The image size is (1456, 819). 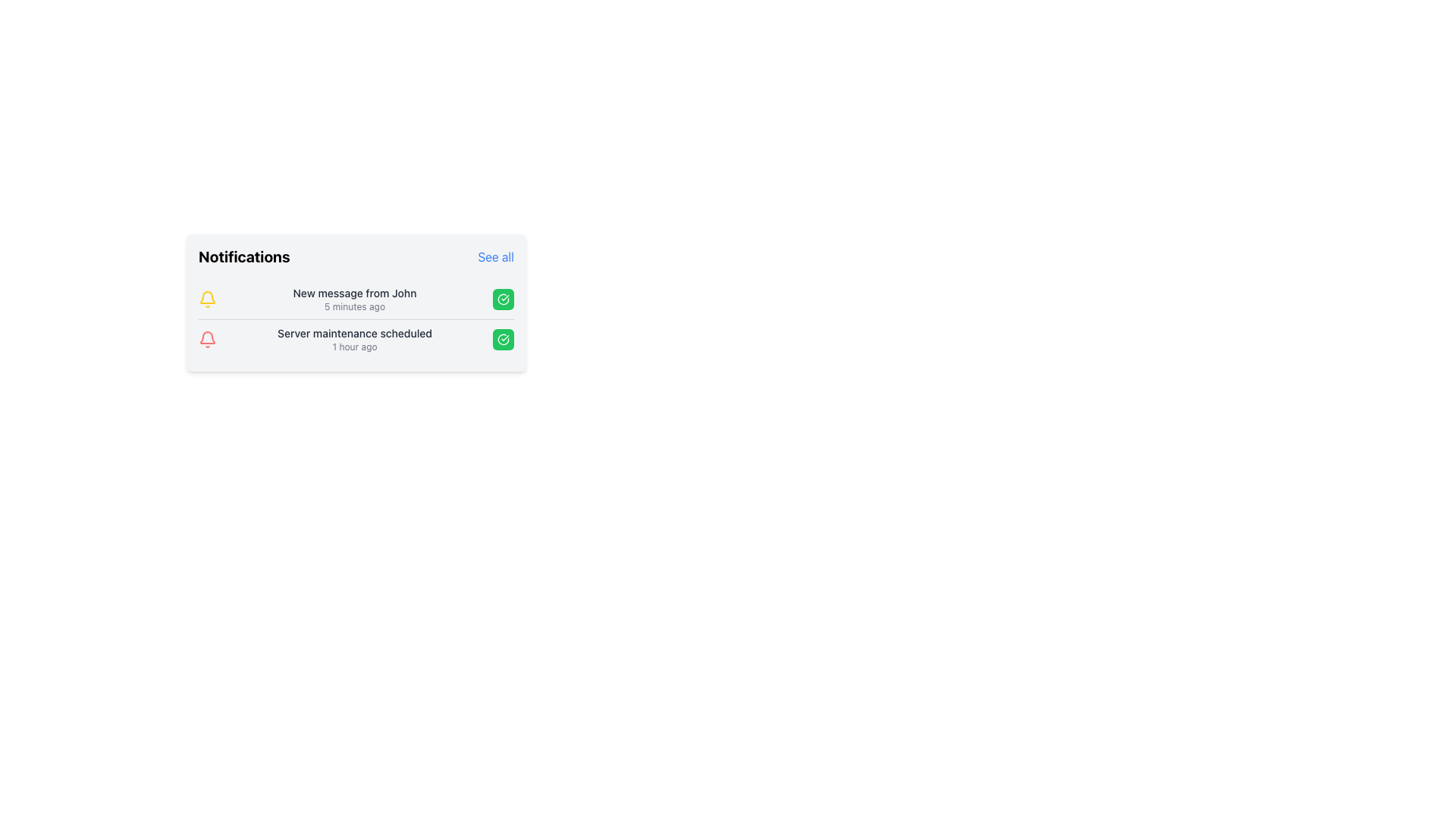 I want to click on the green button with a check-circle icon located on the right side of the 'Server maintenance scheduled' notification to acknowledge or confirm, so click(x=503, y=338).